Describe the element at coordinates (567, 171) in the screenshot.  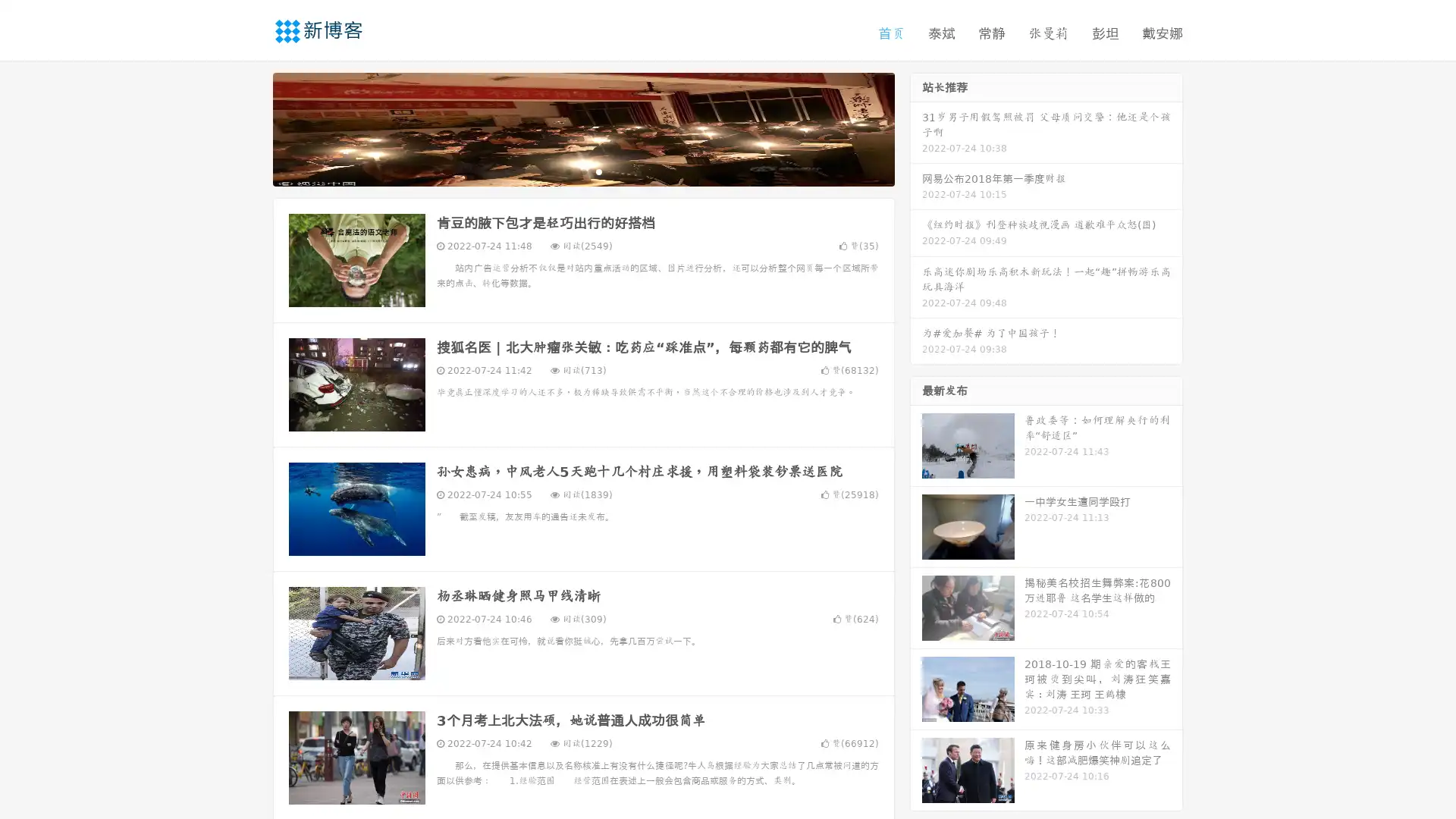
I see `Go to slide 1` at that location.